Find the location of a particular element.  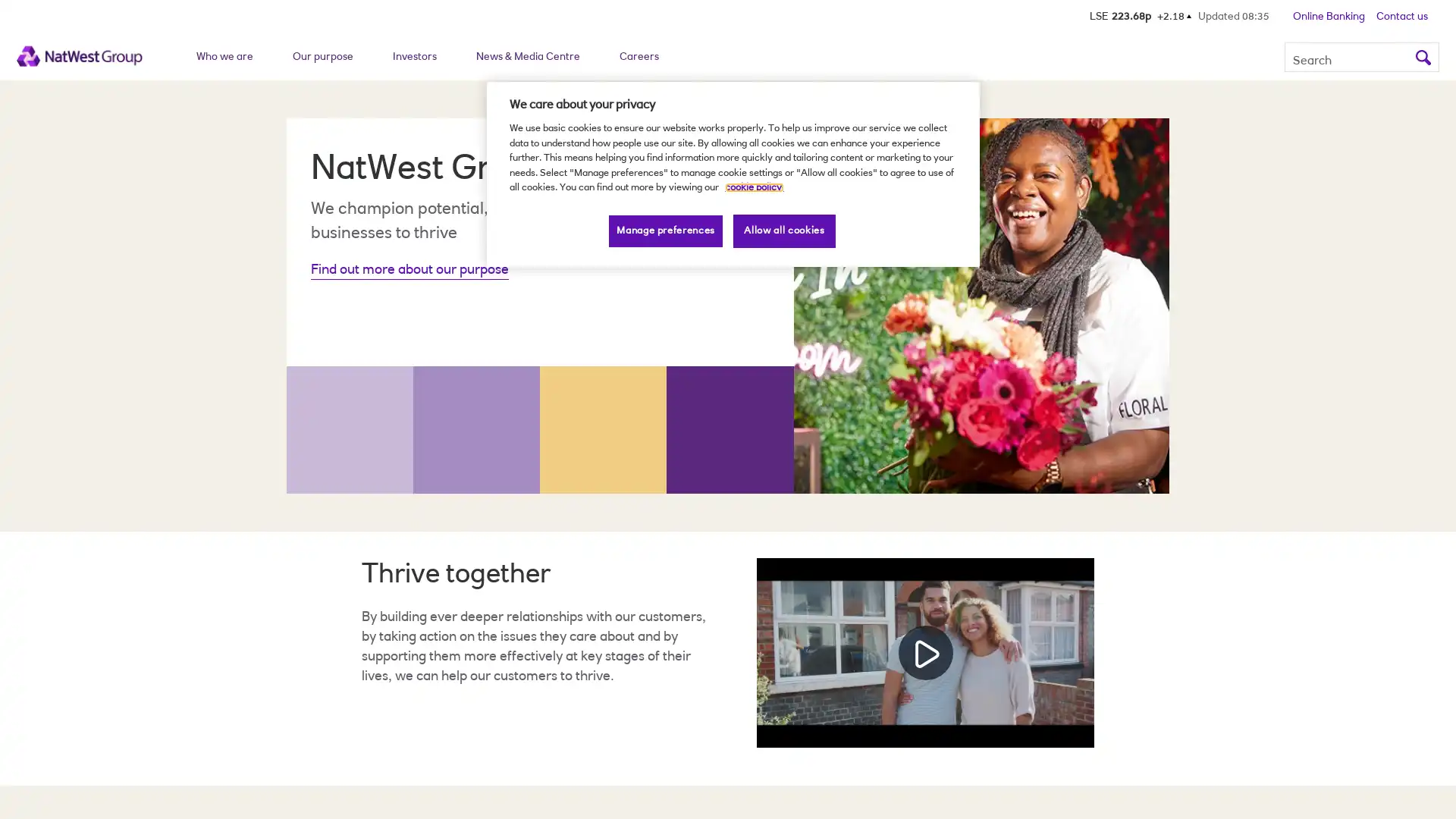

Allow all cookies is located at coordinates (784, 231).